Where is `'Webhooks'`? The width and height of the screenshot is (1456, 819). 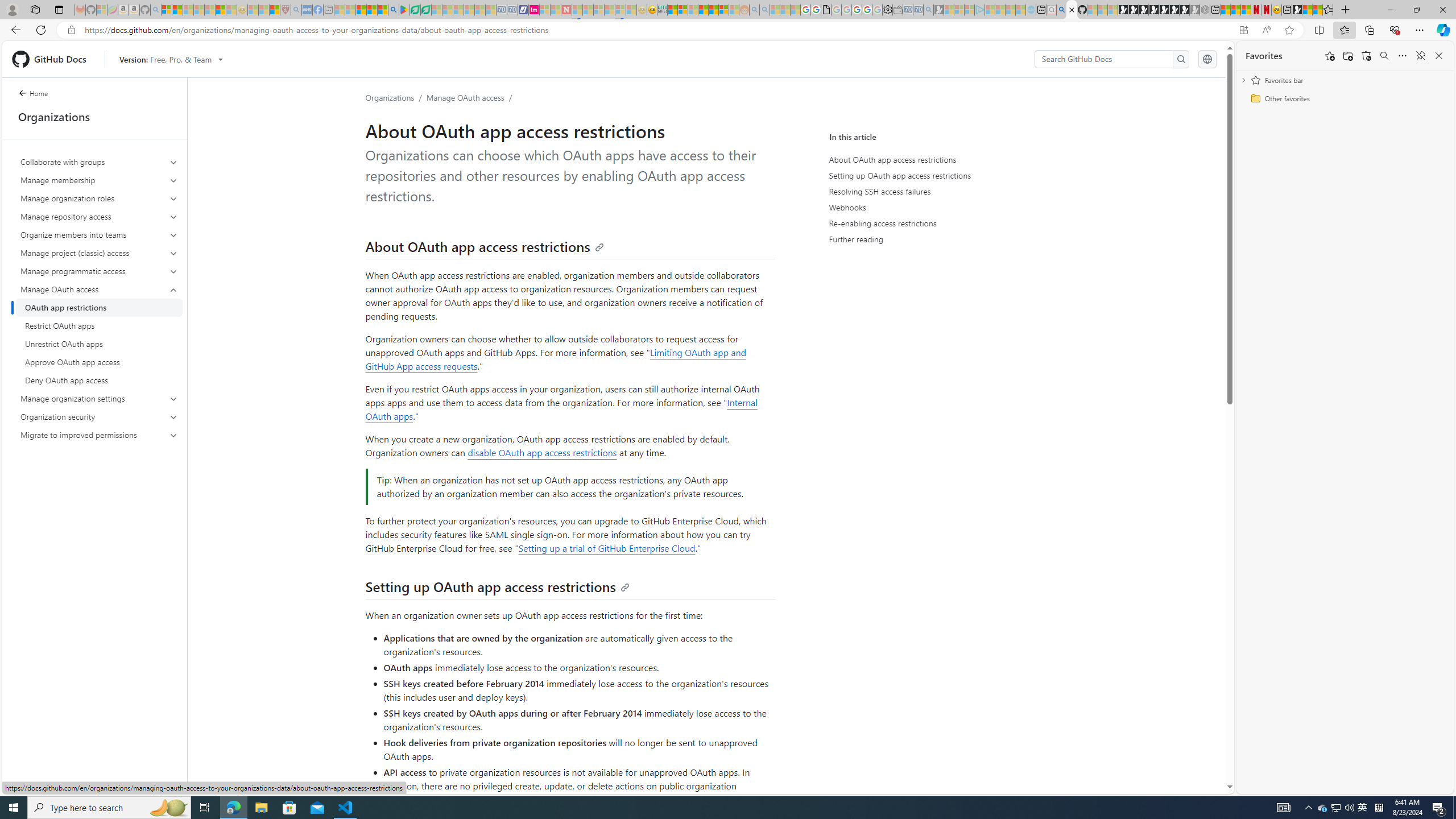 'Webhooks' is located at coordinates (934, 207).